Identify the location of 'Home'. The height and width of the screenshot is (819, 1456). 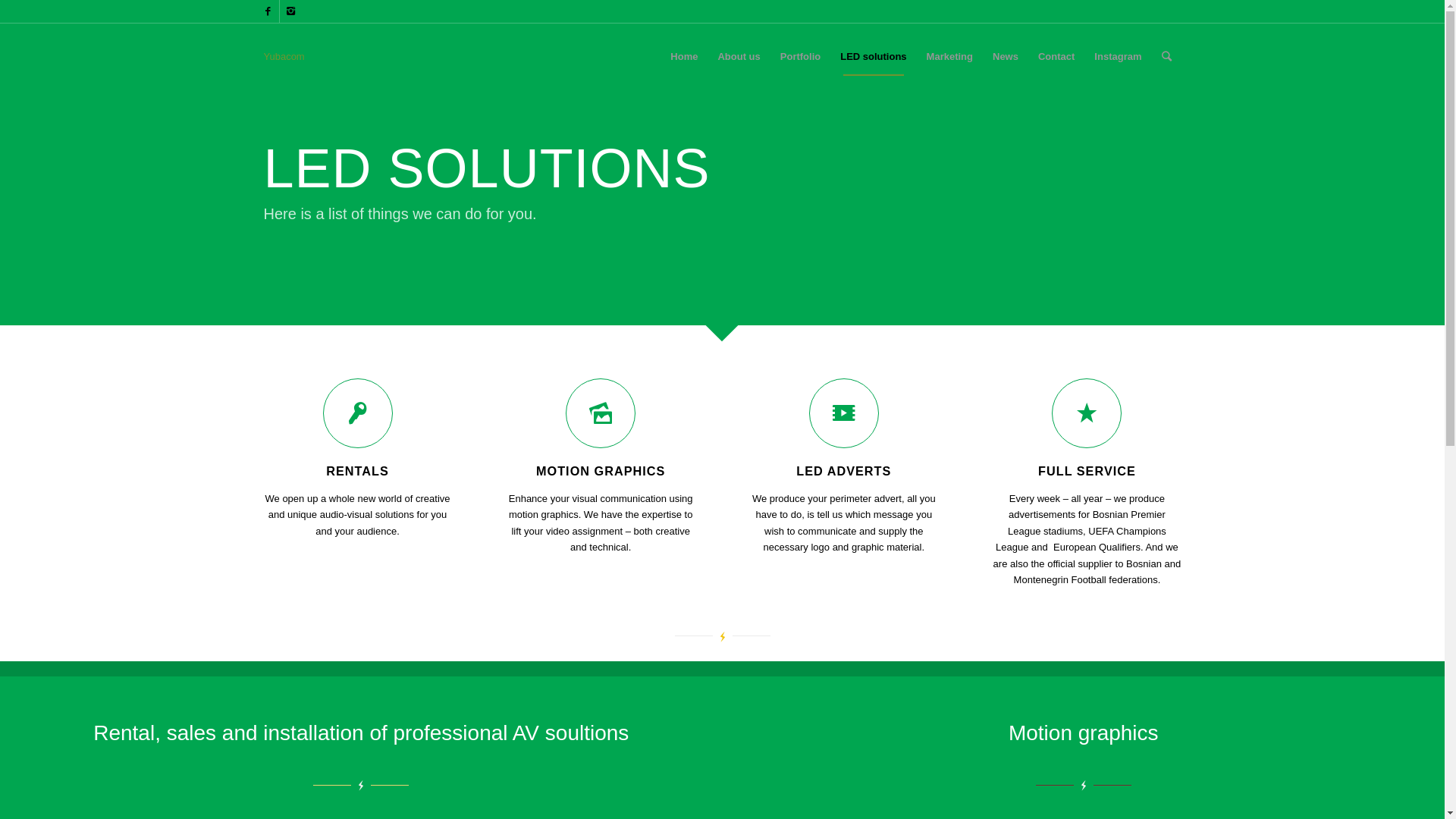
(683, 55).